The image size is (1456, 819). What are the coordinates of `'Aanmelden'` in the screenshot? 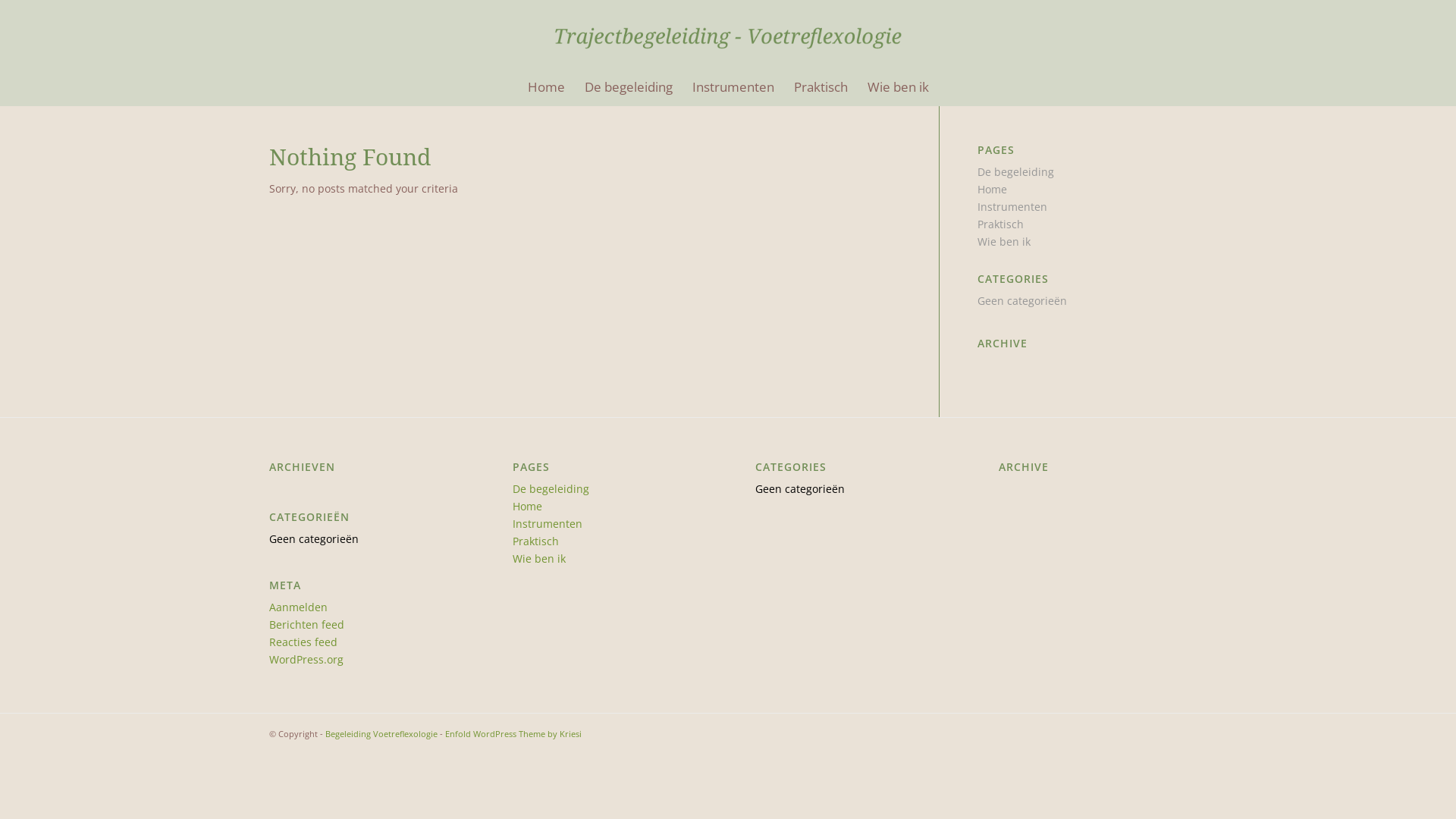 It's located at (298, 606).